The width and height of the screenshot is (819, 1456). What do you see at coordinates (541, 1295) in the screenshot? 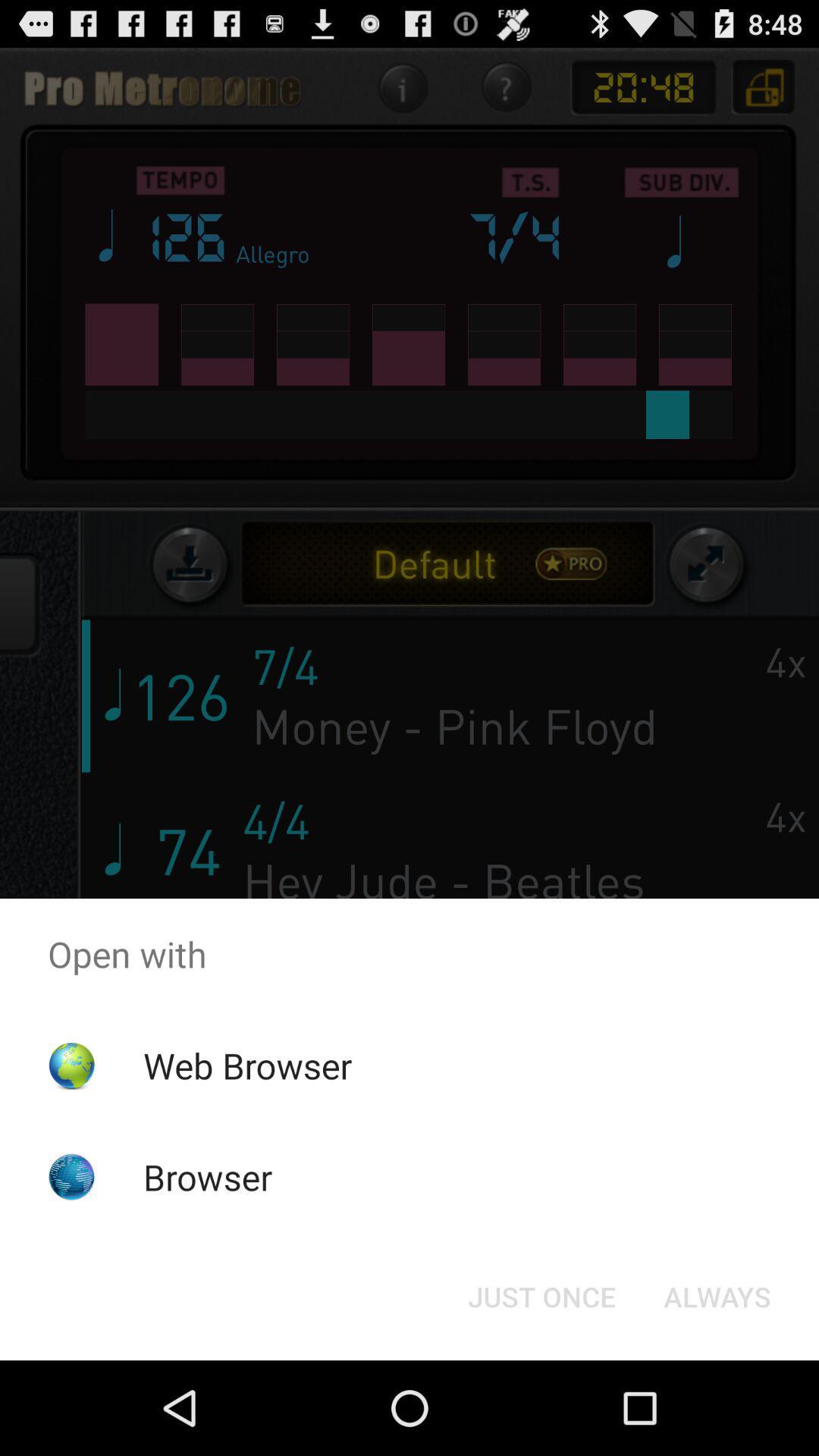
I see `just once` at bounding box center [541, 1295].